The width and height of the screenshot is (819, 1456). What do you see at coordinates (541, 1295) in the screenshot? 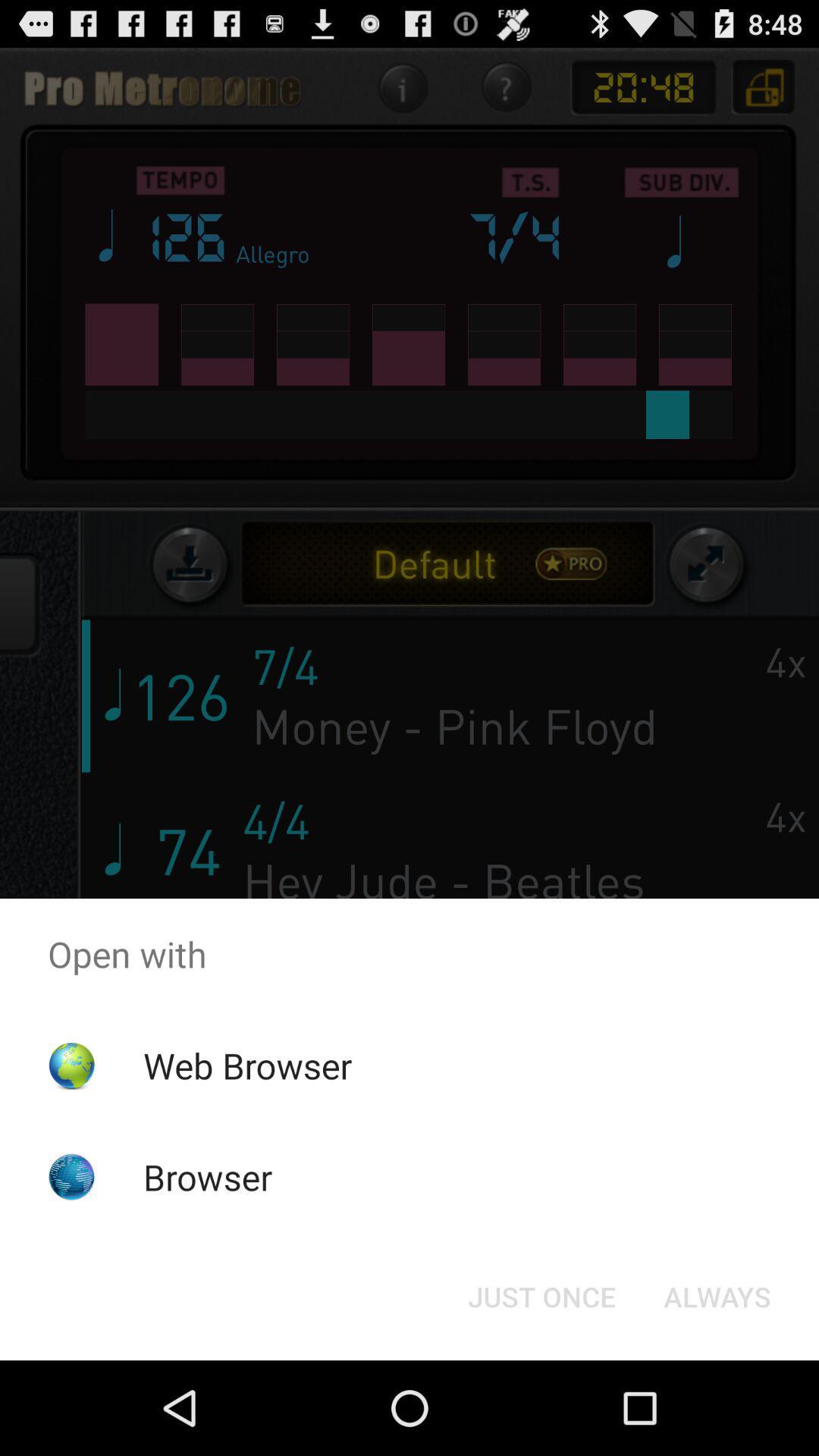
I see `just once` at bounding box center [541, 1295].